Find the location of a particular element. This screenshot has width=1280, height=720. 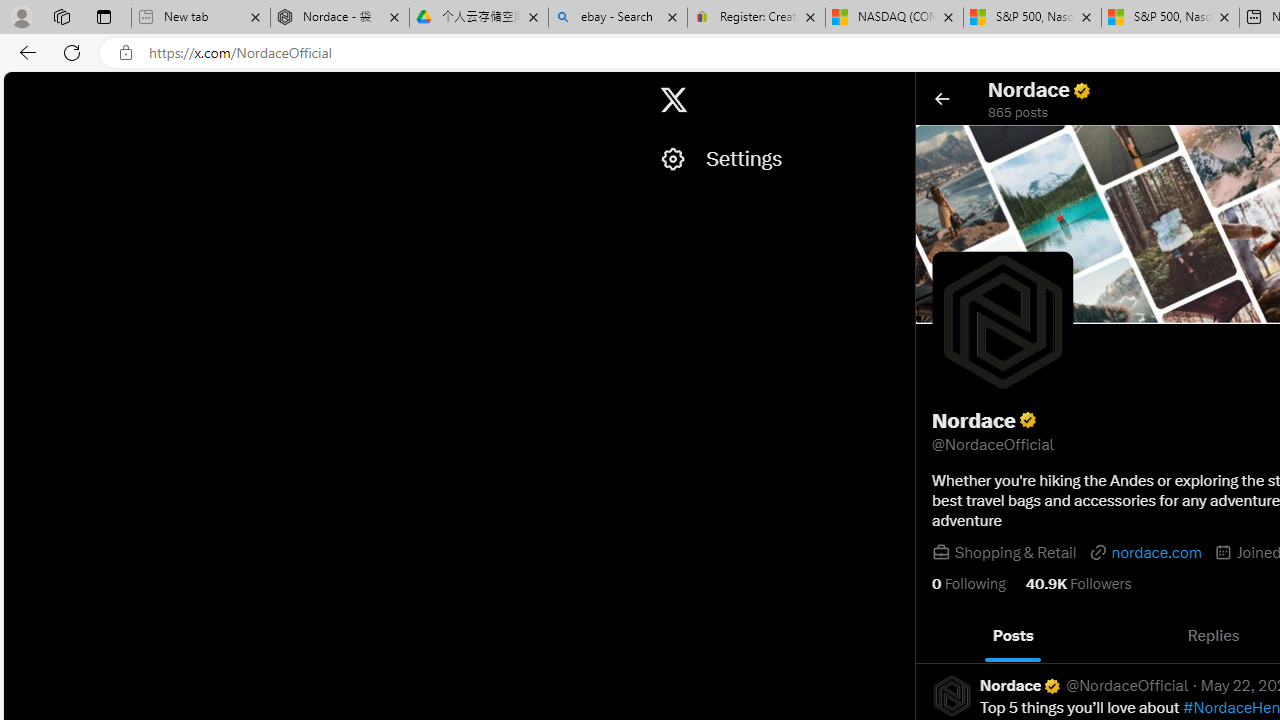

'Square profile picture and Opens profile photo' is located at coordinates (1003, 321).